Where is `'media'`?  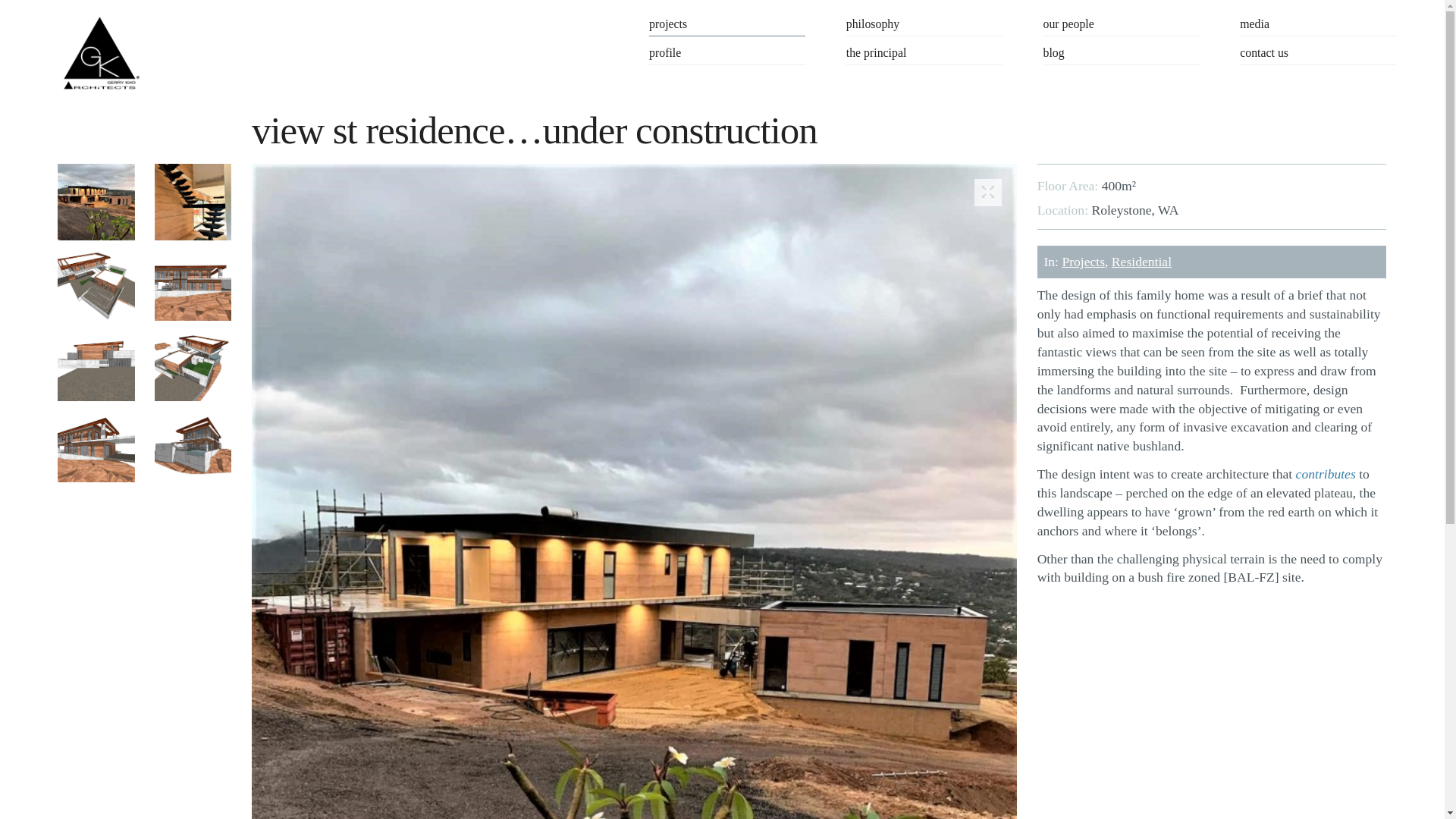
'media' is located at coordinates (1316, 26).